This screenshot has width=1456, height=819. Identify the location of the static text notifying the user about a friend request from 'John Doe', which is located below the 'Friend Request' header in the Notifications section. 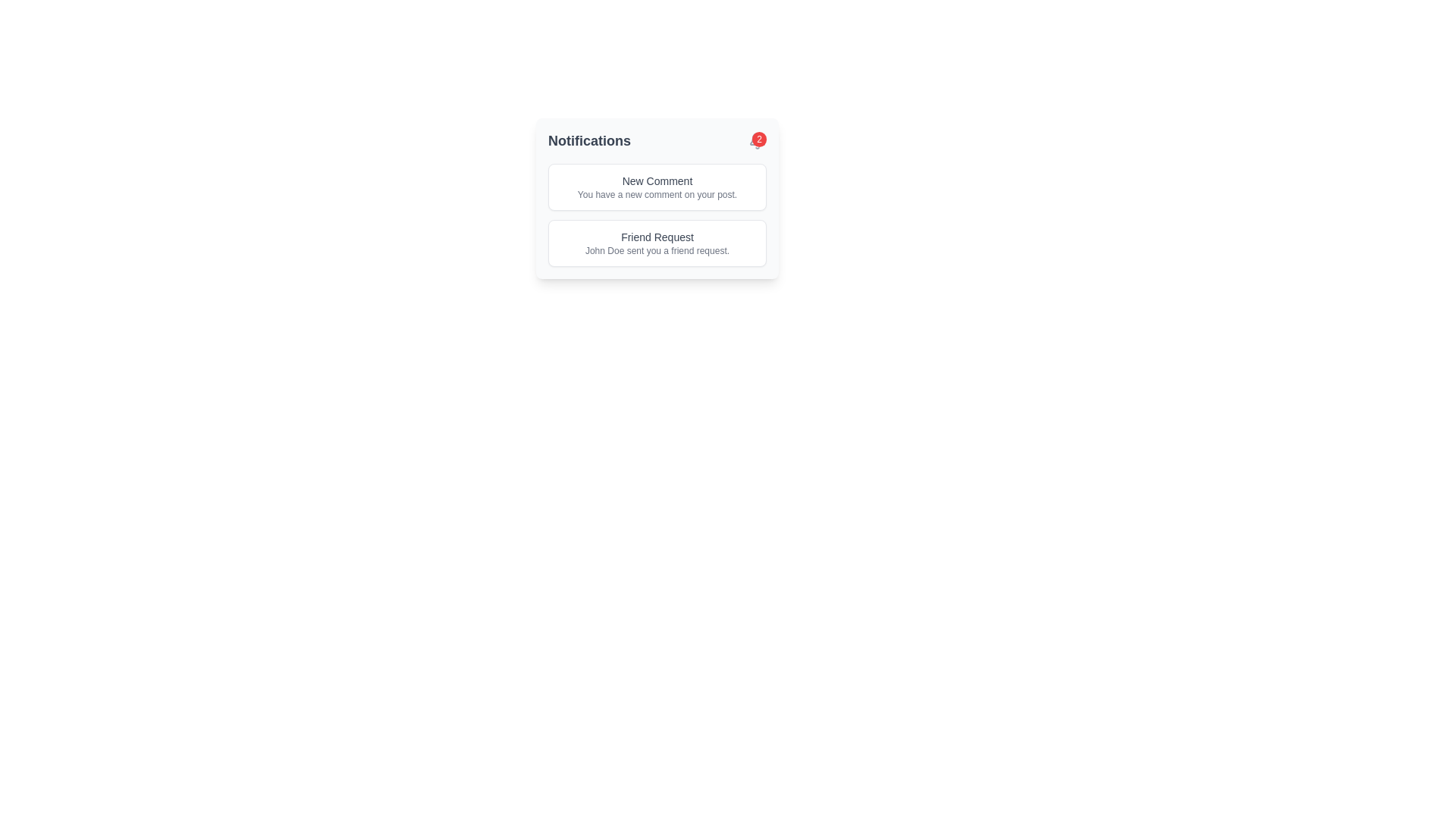
(657, 250).